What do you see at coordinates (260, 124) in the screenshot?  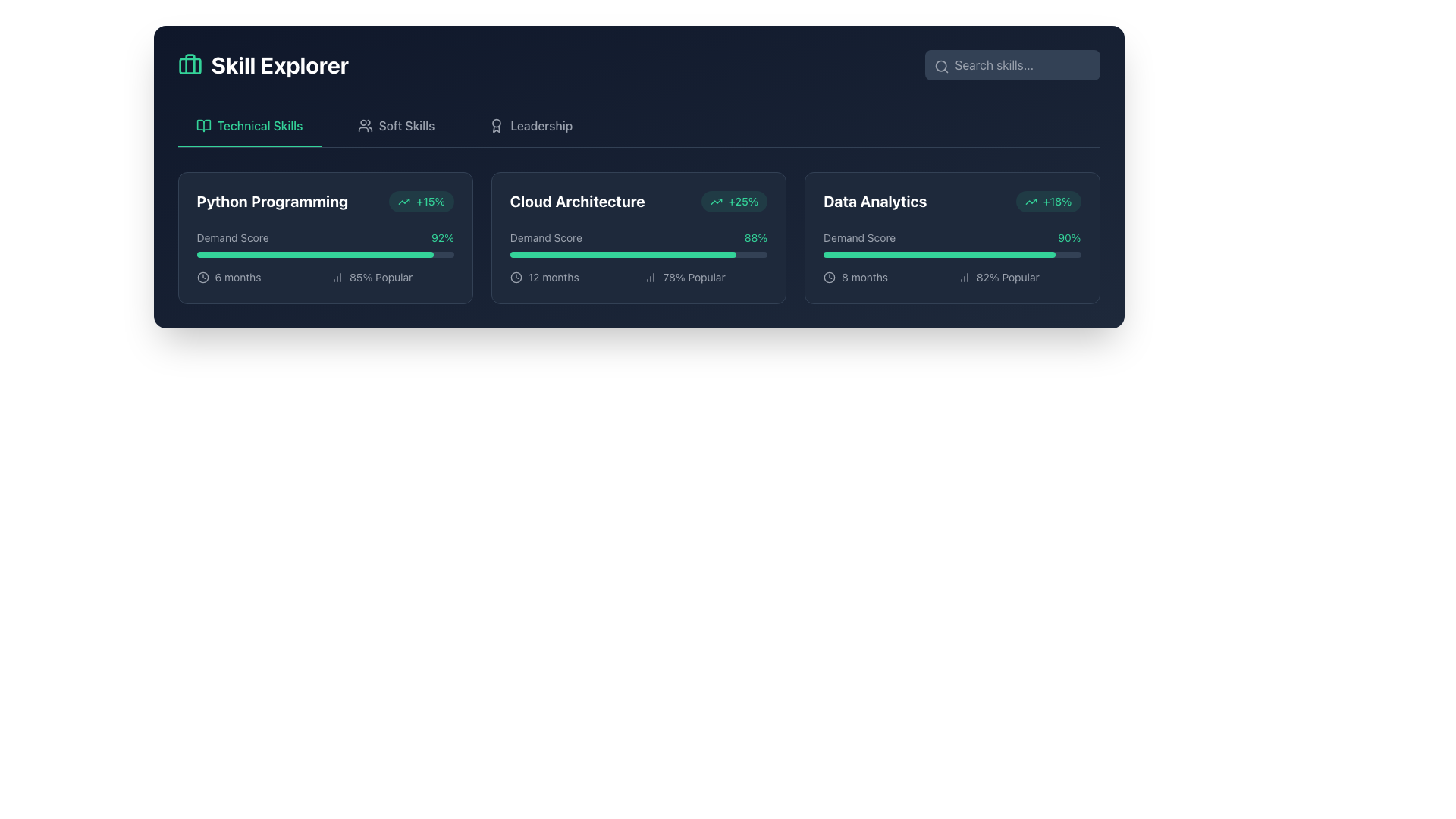 I see `the 'Technical Skills' text label located in the upper-left portion of the interface under the 'Skill Explorer' heading, which is the third item in a horizontal menu` at bounding box center [260, 124].